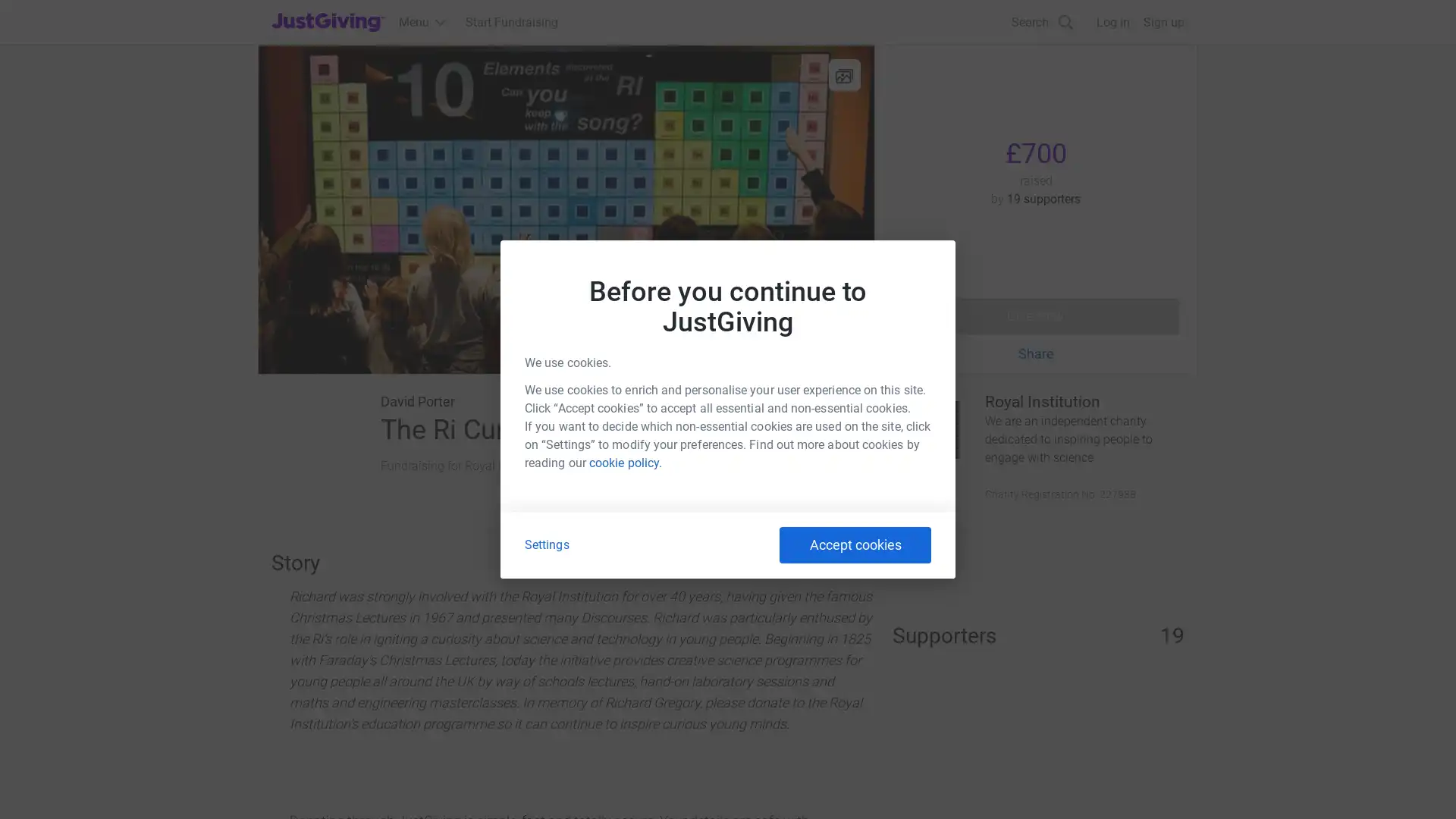 This screenshot has width=1456, height=819. What do you see at coordinates (855, 544) in the screenshot?
I see `Accept cookies` at bounding box center [855, 544].